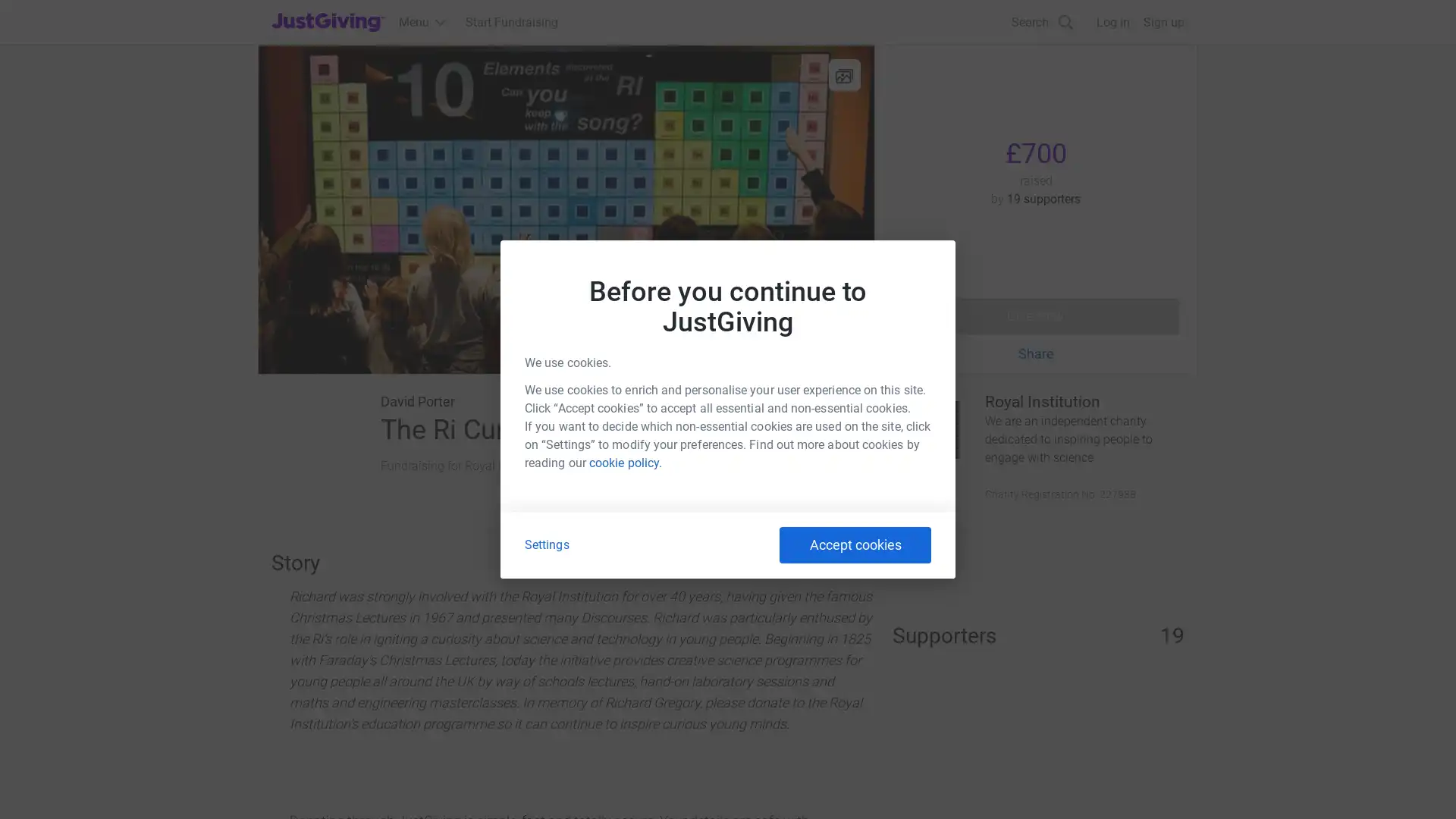 This screenshot has width=1456, height=819. What do you see at coordinates (855, 544) in the screenshot?
I see `Accept cookies` at bounding box center [855, 544].